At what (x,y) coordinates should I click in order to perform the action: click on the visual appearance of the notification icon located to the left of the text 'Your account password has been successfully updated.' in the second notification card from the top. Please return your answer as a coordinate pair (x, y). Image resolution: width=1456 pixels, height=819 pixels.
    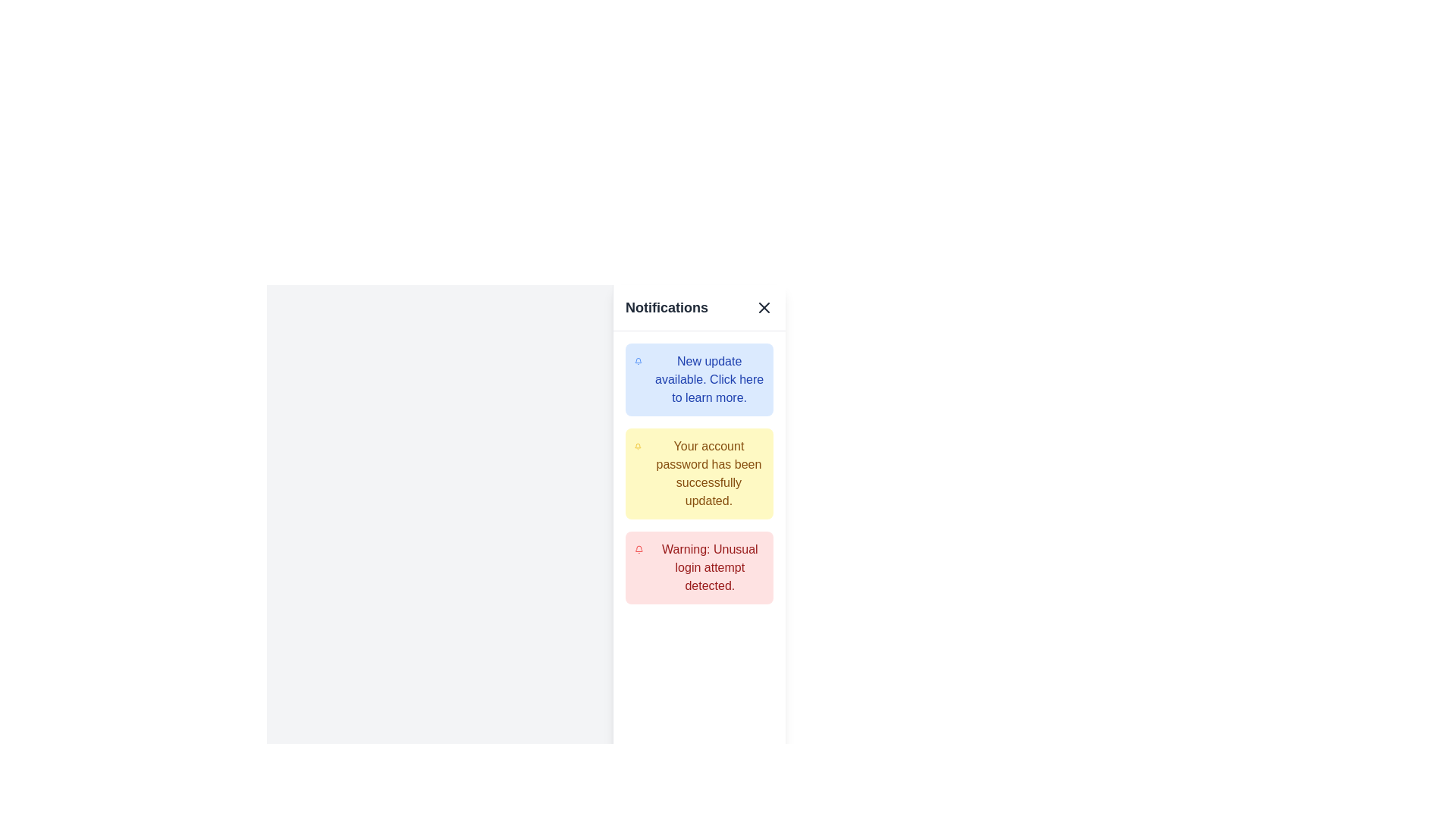
    Looking at the image, I should click on (638, 446).